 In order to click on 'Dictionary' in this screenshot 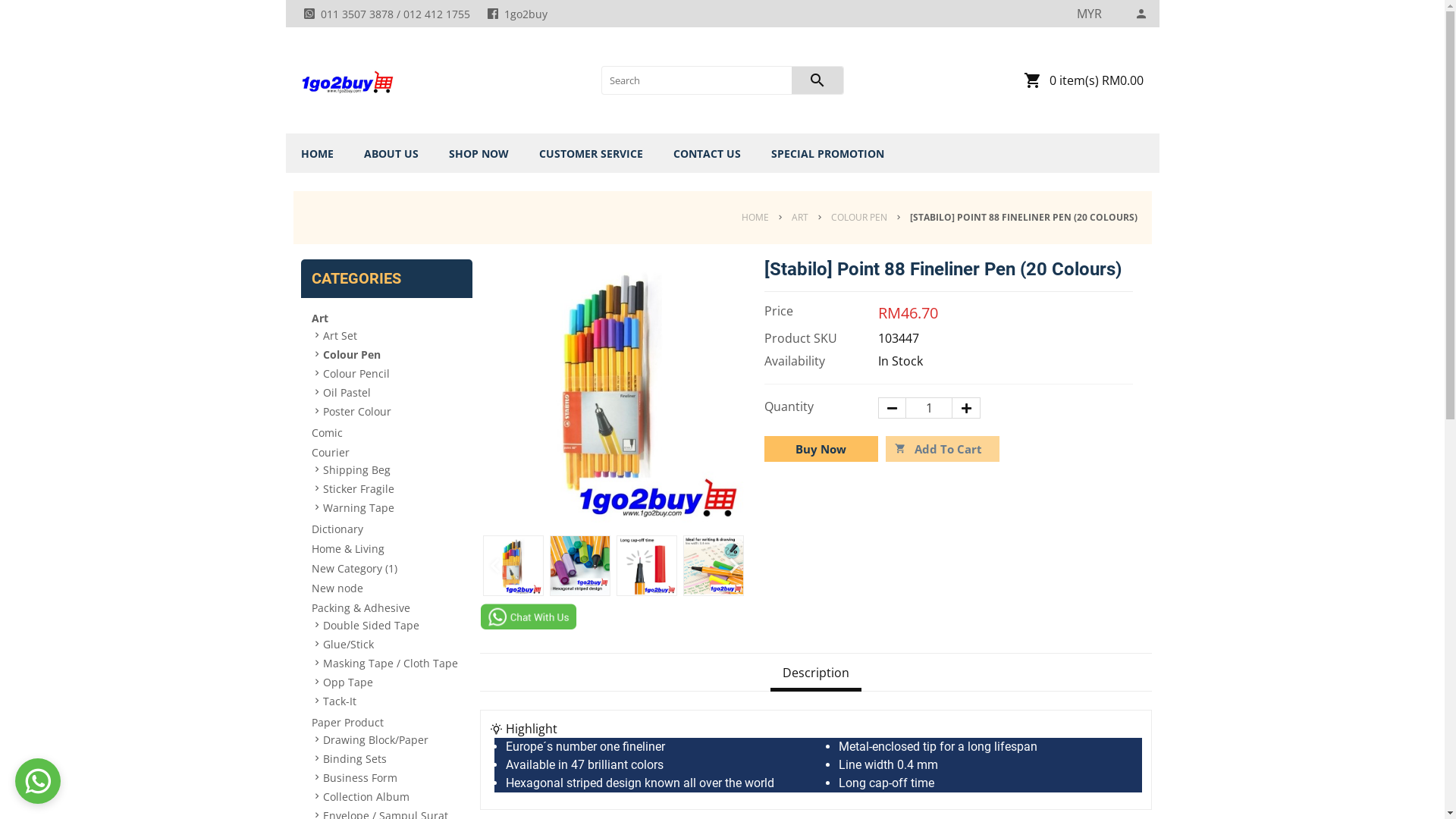, I will do `click(385, 527)`.